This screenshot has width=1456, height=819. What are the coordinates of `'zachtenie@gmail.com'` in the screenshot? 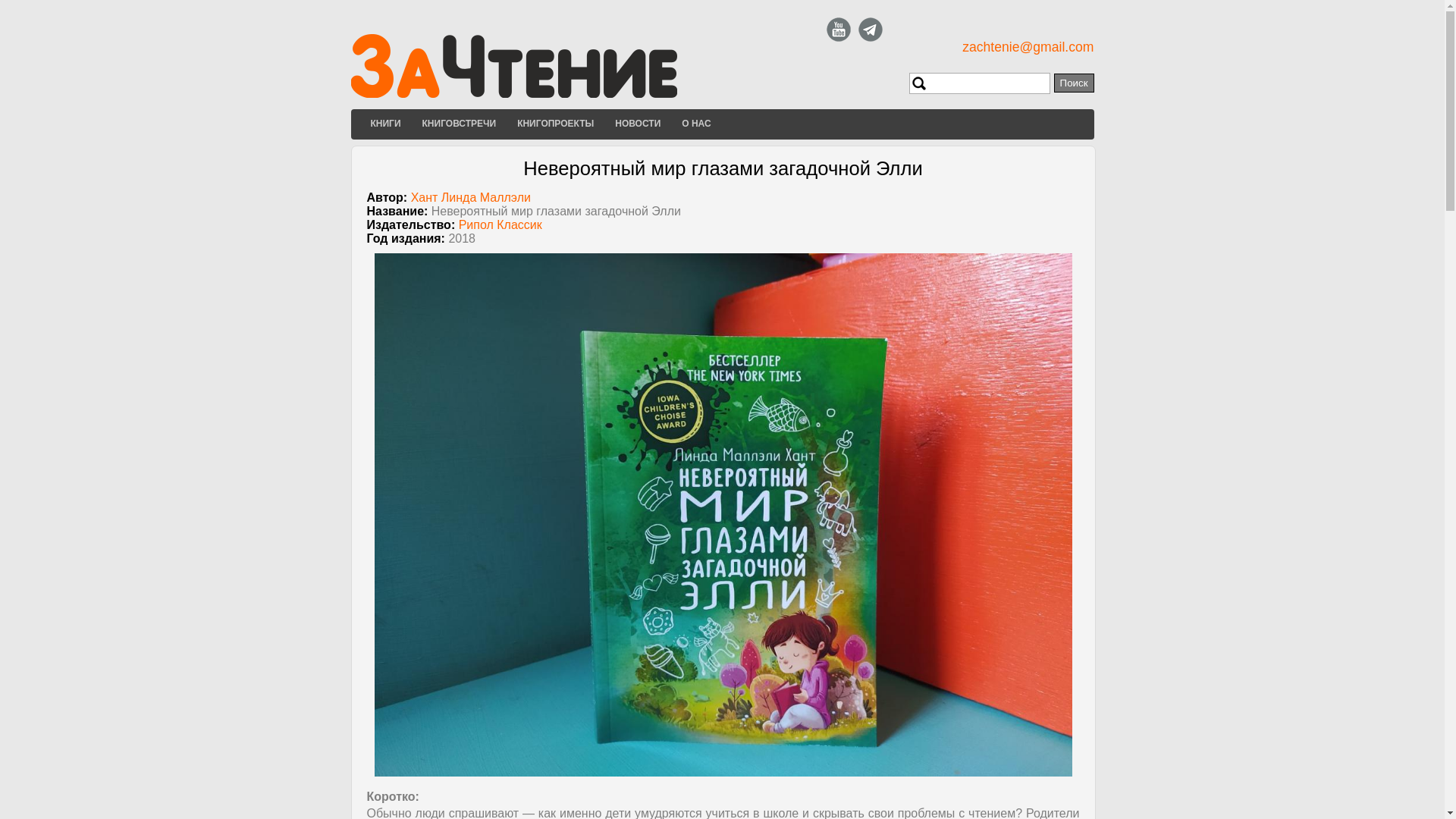 It's located at (1028, 45).